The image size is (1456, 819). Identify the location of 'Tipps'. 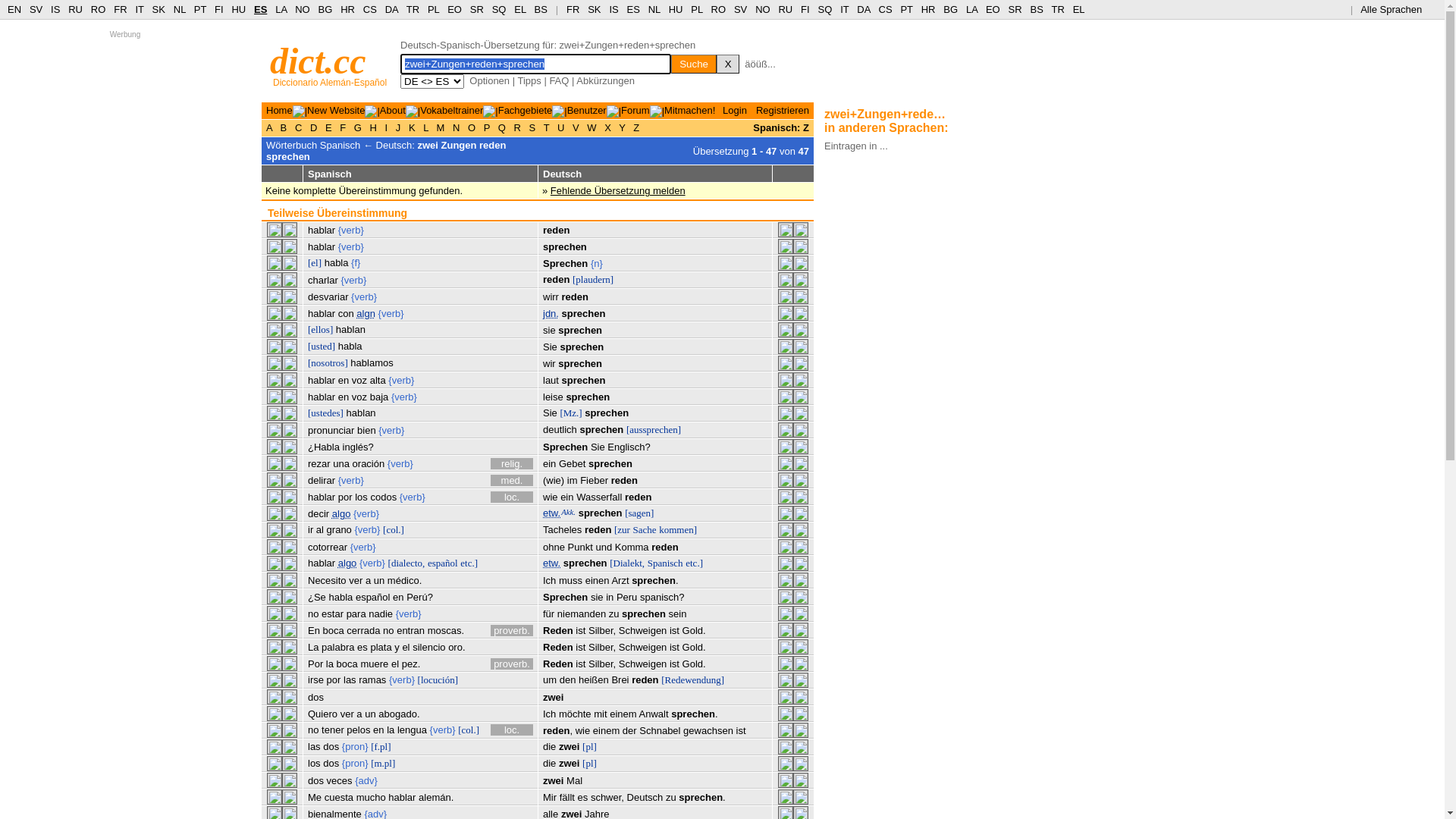
(529, 80).